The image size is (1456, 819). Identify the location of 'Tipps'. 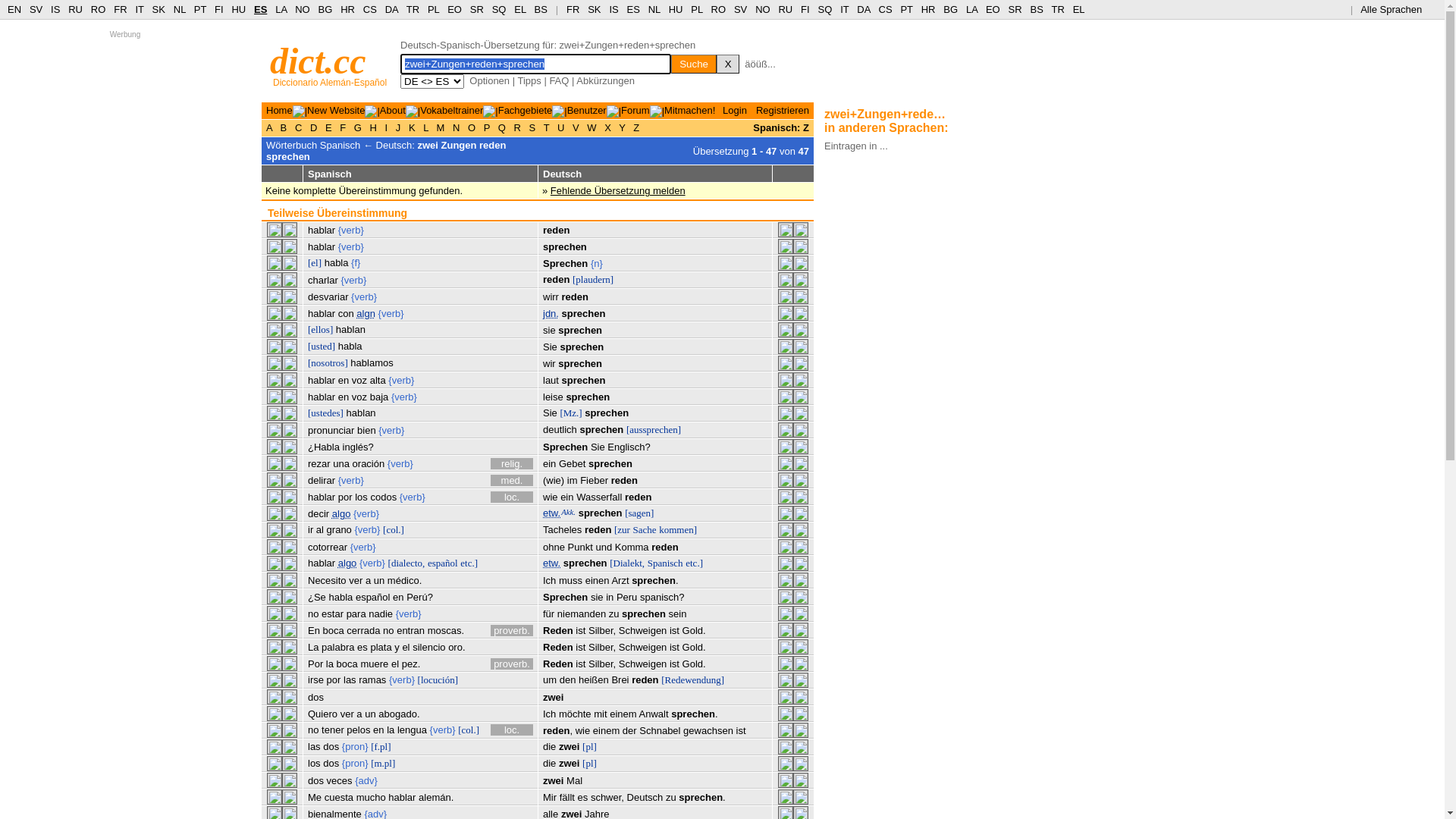
(529, 80).